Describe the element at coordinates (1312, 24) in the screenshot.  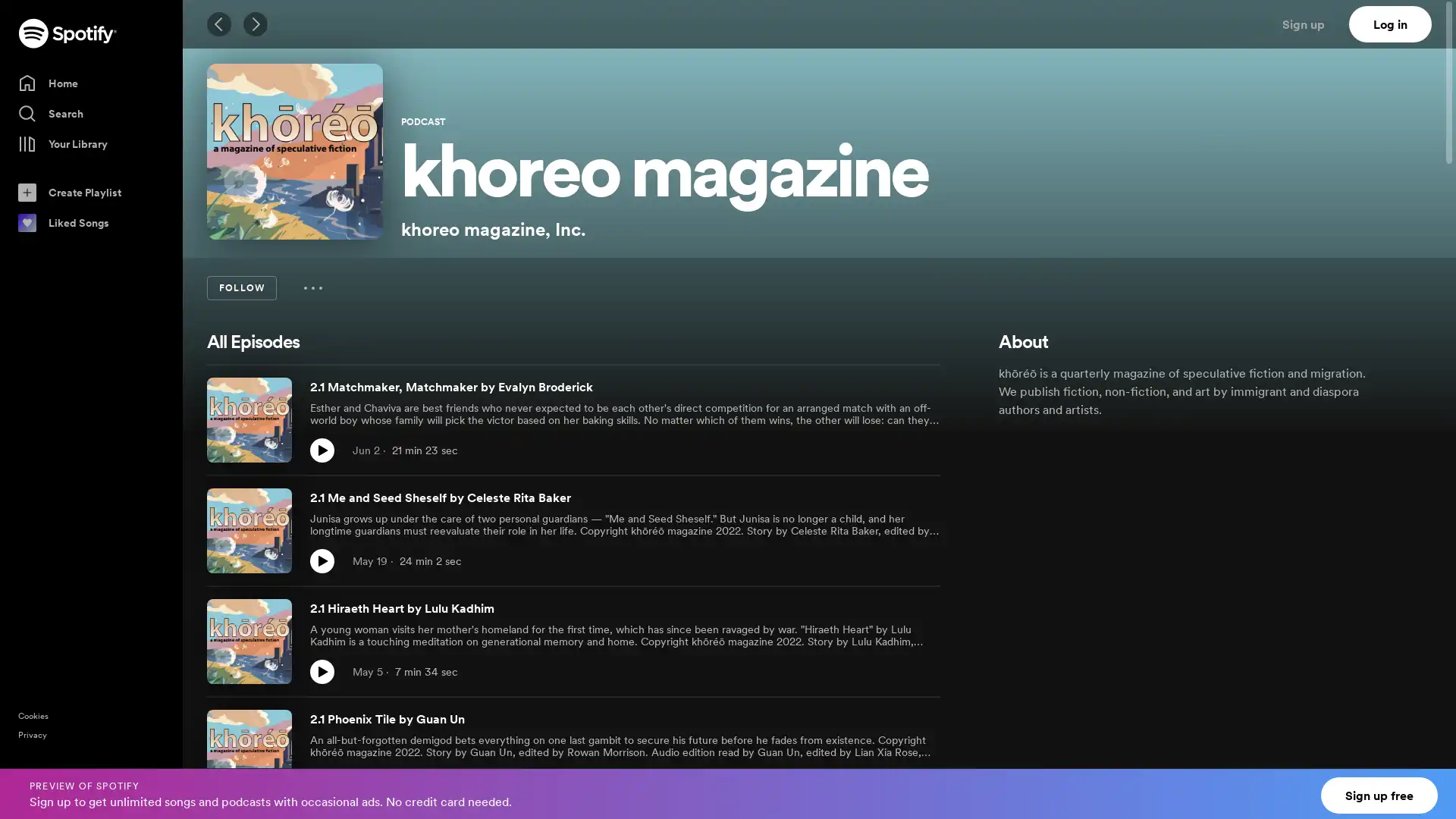
I see `Sign up` at that location.